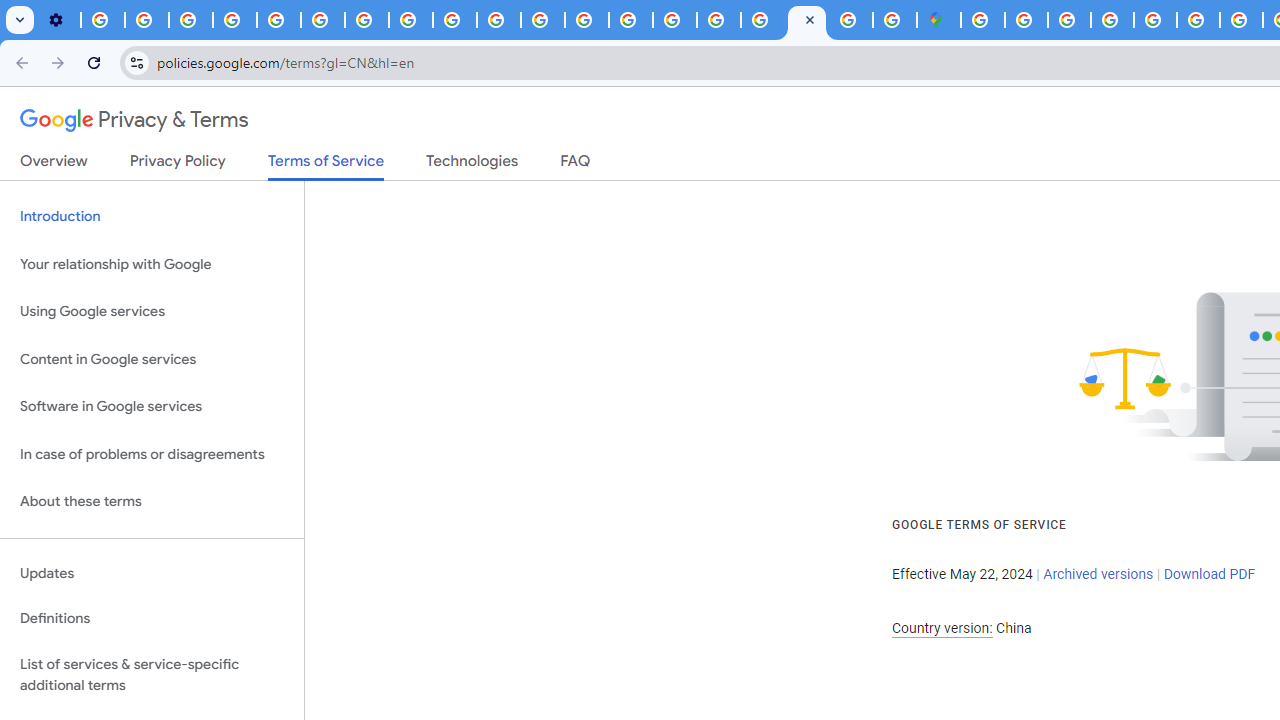 This screenshot has width=1280, height=720. Describe the element at coordinates (102, 20) in the screenshot. I see `'Delete photos & videos - Computer - Google Photos Help'` at that location.